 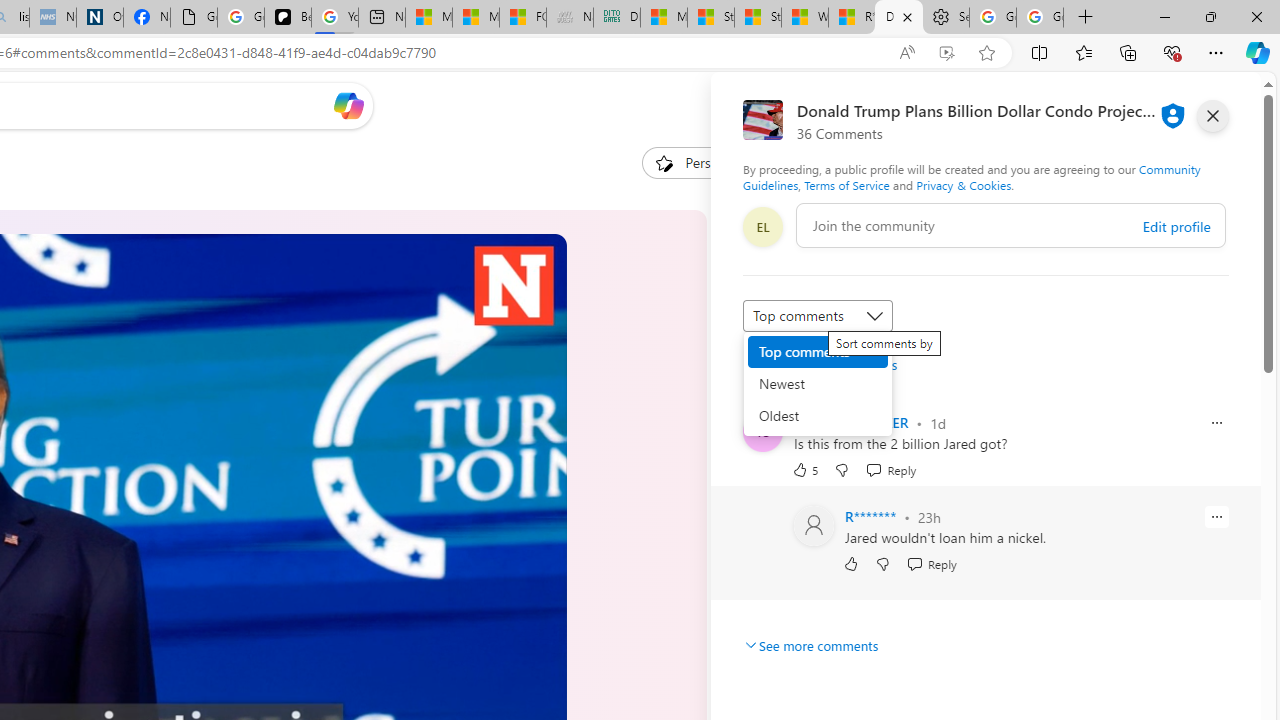 I want to click on 'Stocks - MSN', so click(x=756, y=17).